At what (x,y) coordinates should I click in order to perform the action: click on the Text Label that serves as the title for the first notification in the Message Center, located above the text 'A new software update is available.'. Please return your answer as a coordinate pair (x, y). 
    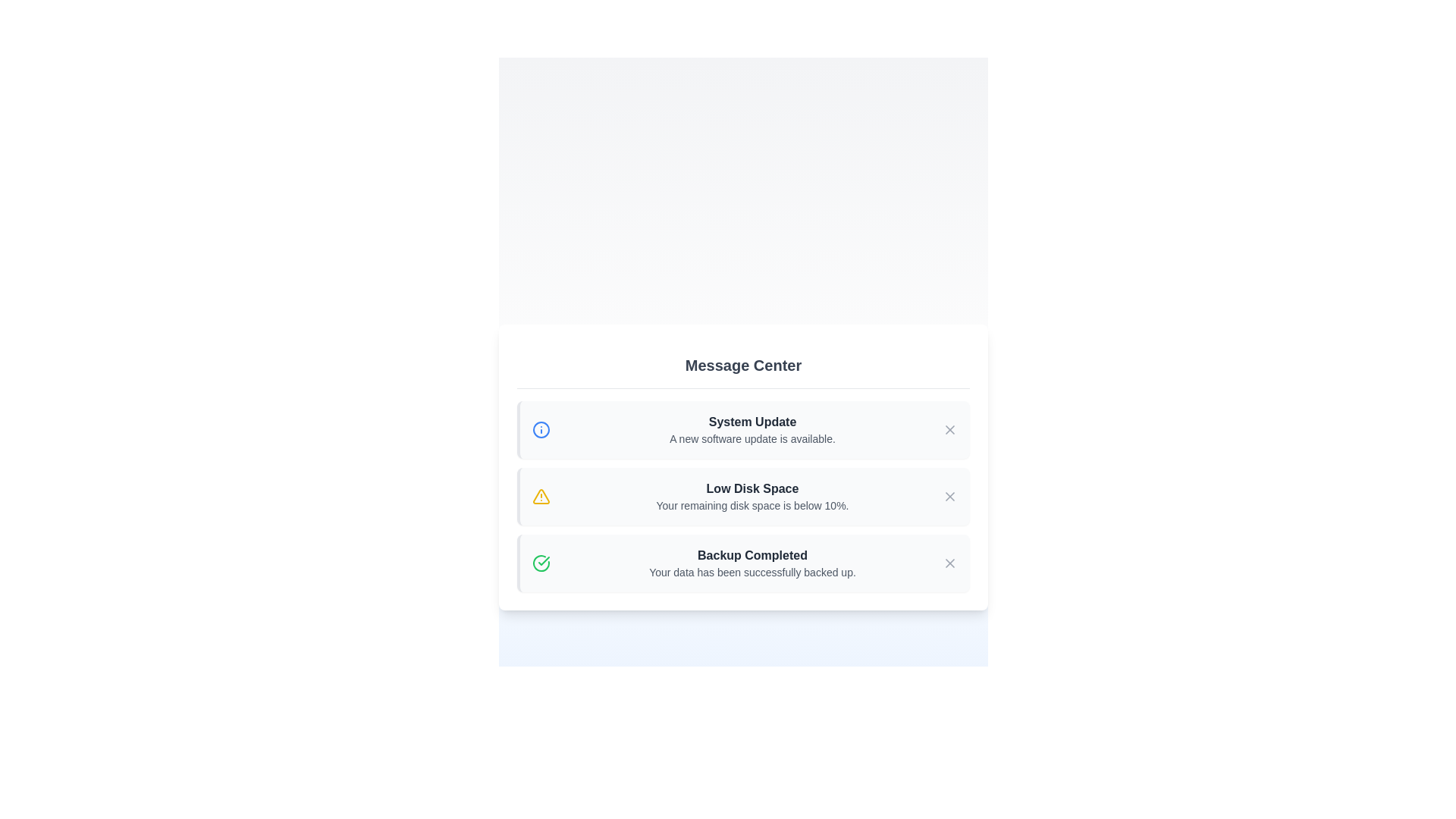
    Looking at the image, I should click on (752, 422).